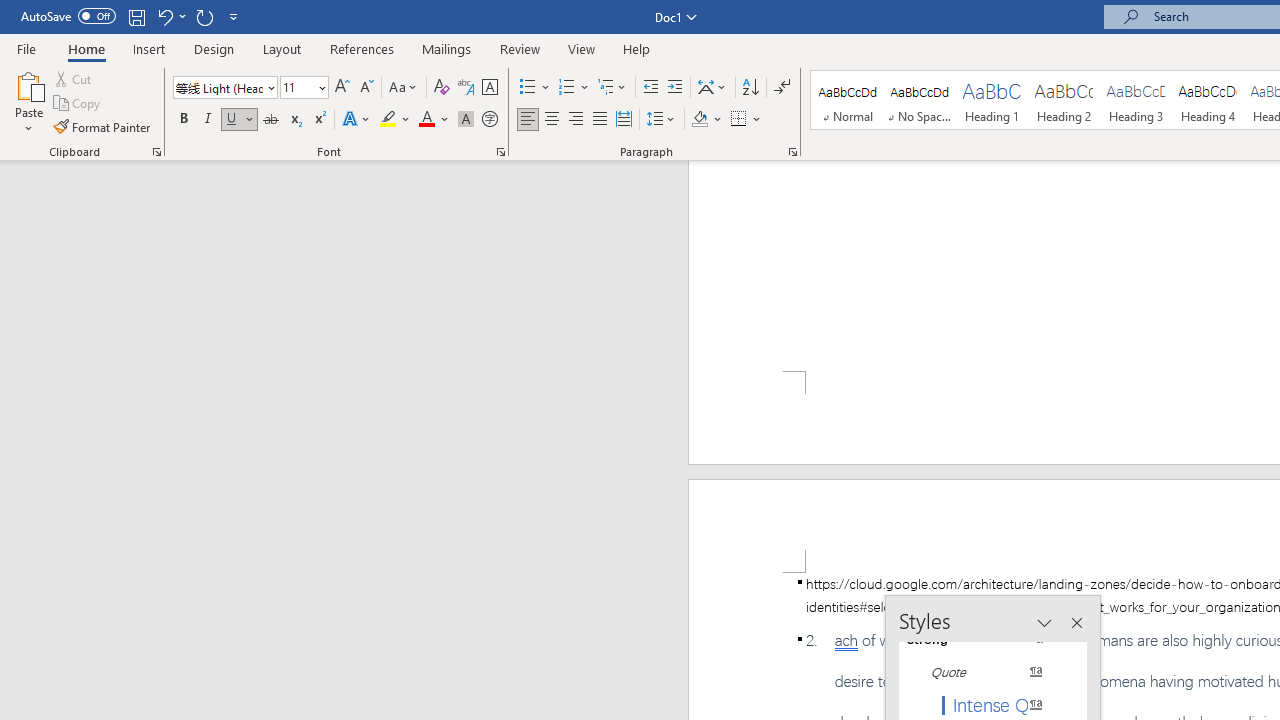  Describe the element at coordinates (1136, 100) in the screenshot. I see `'Heading 3'` at that location.